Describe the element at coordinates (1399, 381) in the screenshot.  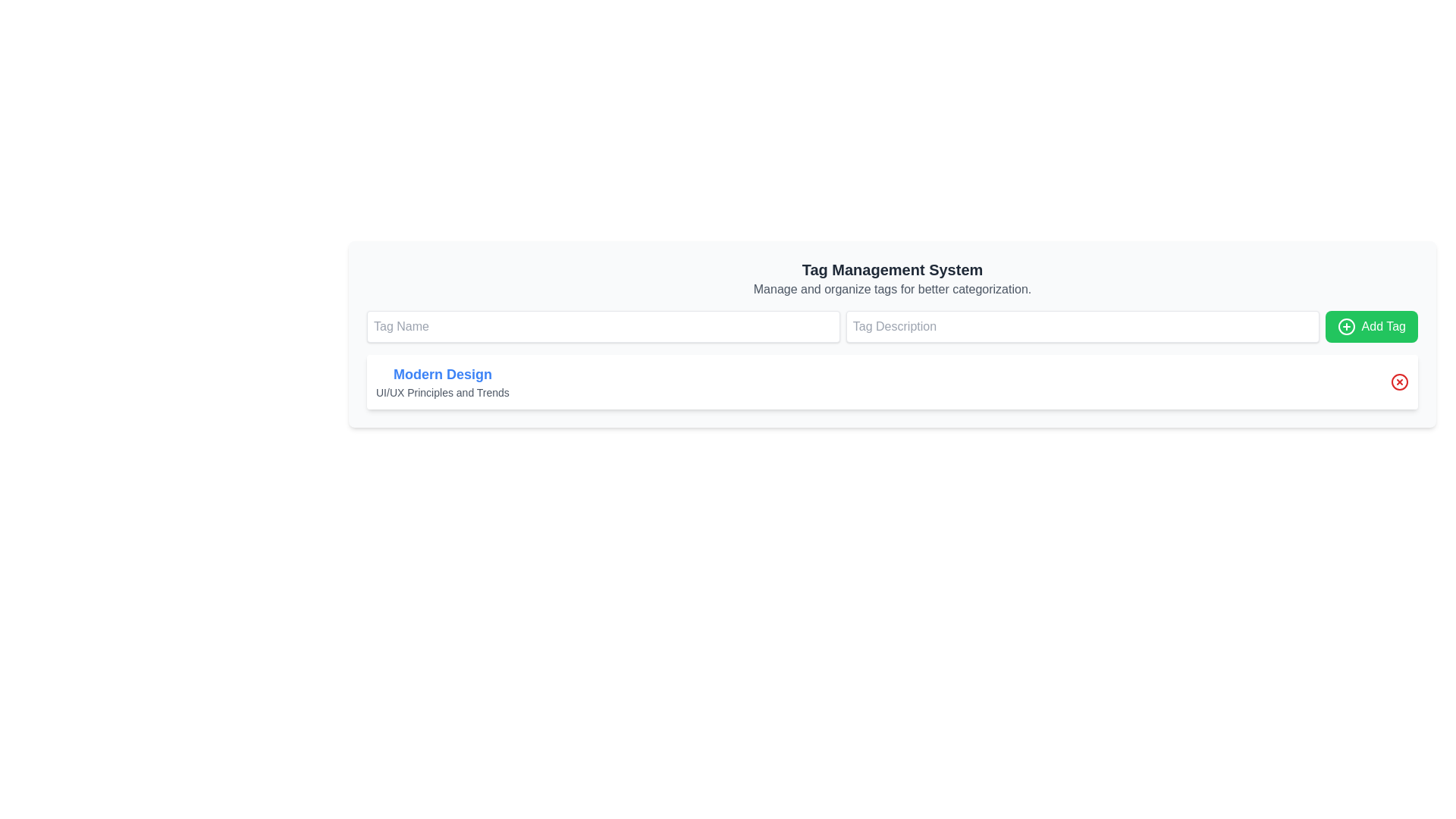
I see `the red circular icon button with an 'X' symbol located at the rightmost position of the row containing the 'Modern Design' card` at that location.